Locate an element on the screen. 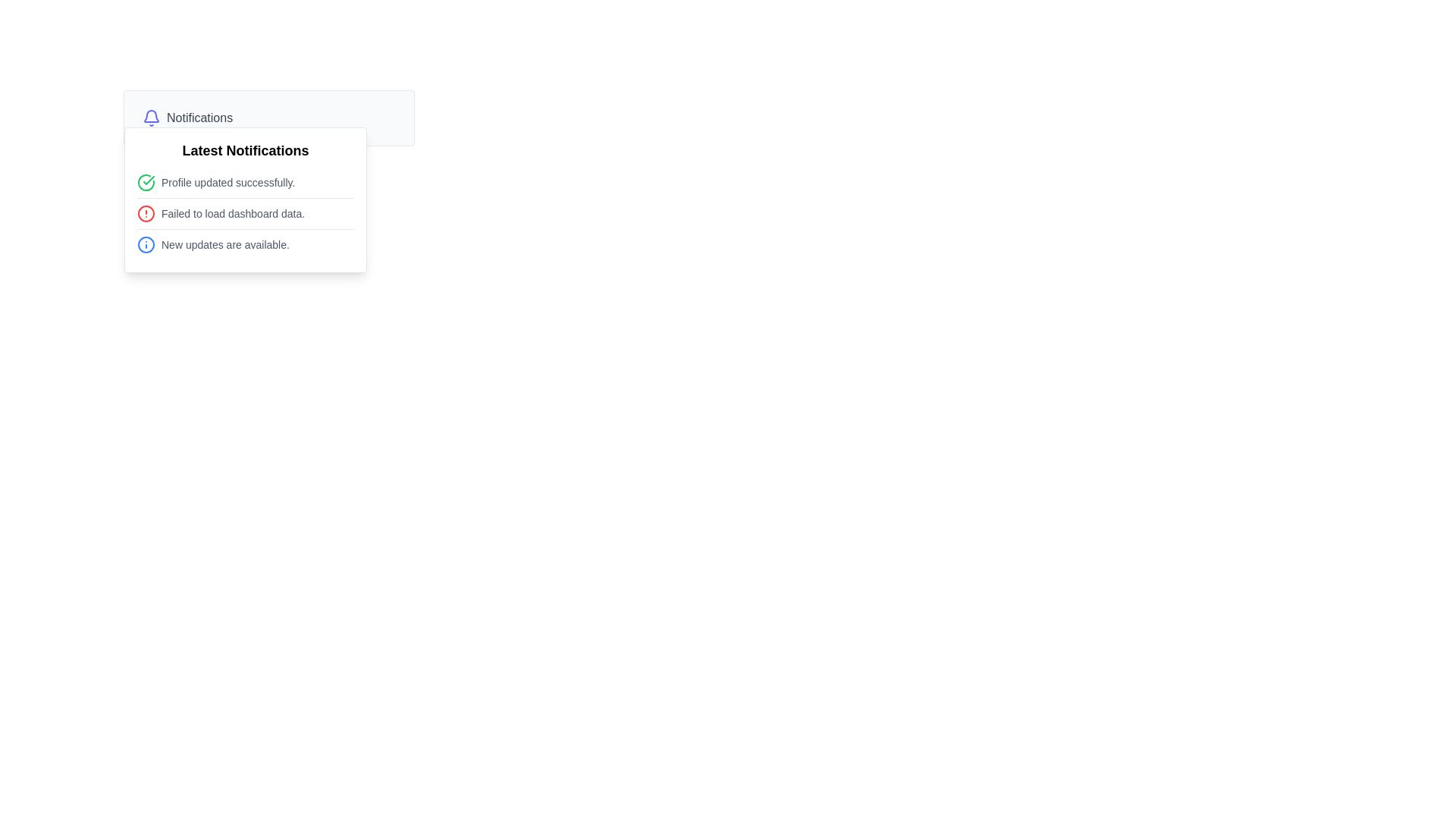 Image resolution: width=1456 pixels, height=819 pixels. the 'Latest Notifications' text label displayed in bold, large font at the top of the notification panel is located at coordinates (246, 151).